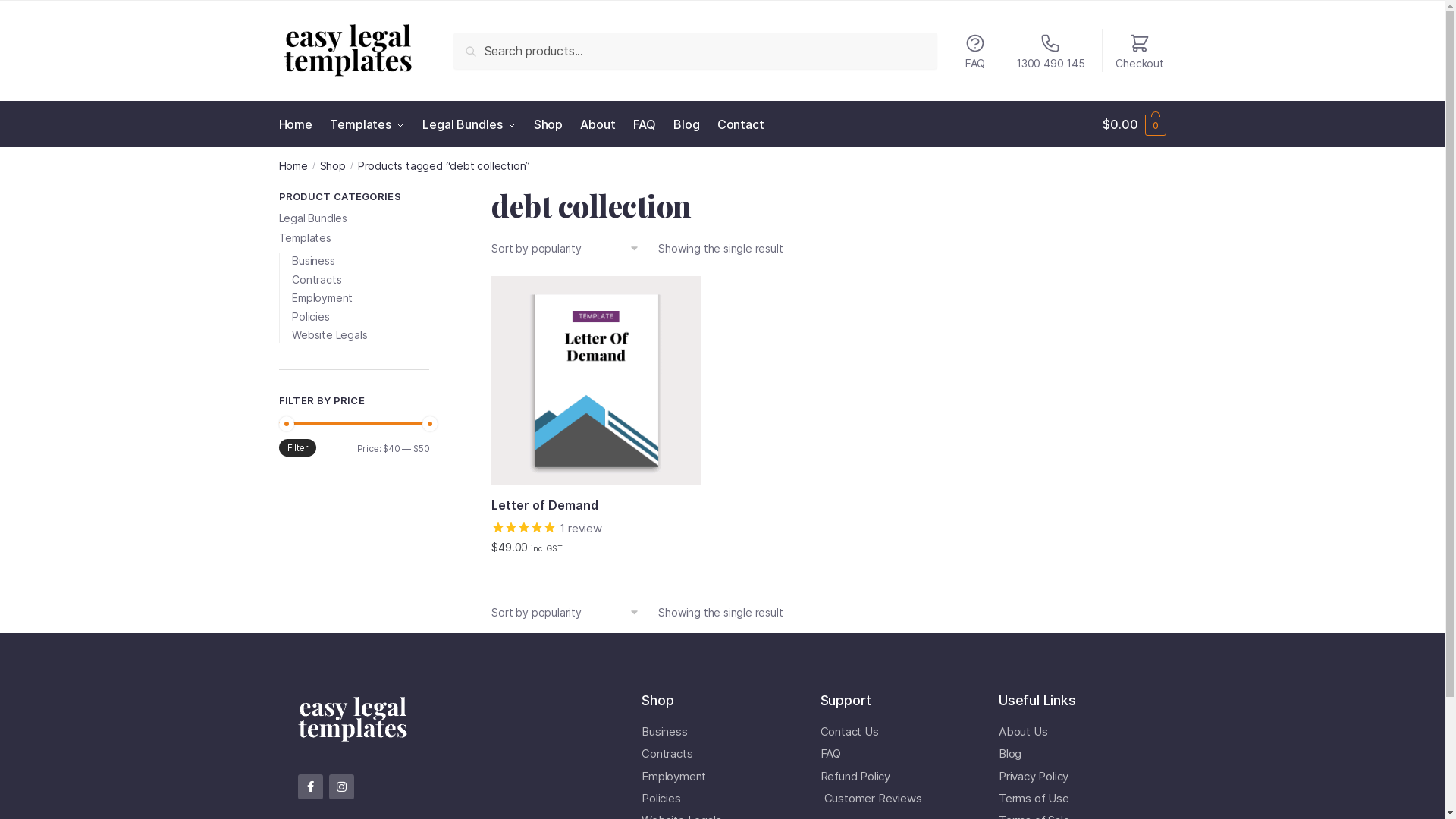 The width and height of the screenshot is (1456, 819). Describe the element at coordinates (714, 754) in the screenshot. I see `'Contracts'` at that location.